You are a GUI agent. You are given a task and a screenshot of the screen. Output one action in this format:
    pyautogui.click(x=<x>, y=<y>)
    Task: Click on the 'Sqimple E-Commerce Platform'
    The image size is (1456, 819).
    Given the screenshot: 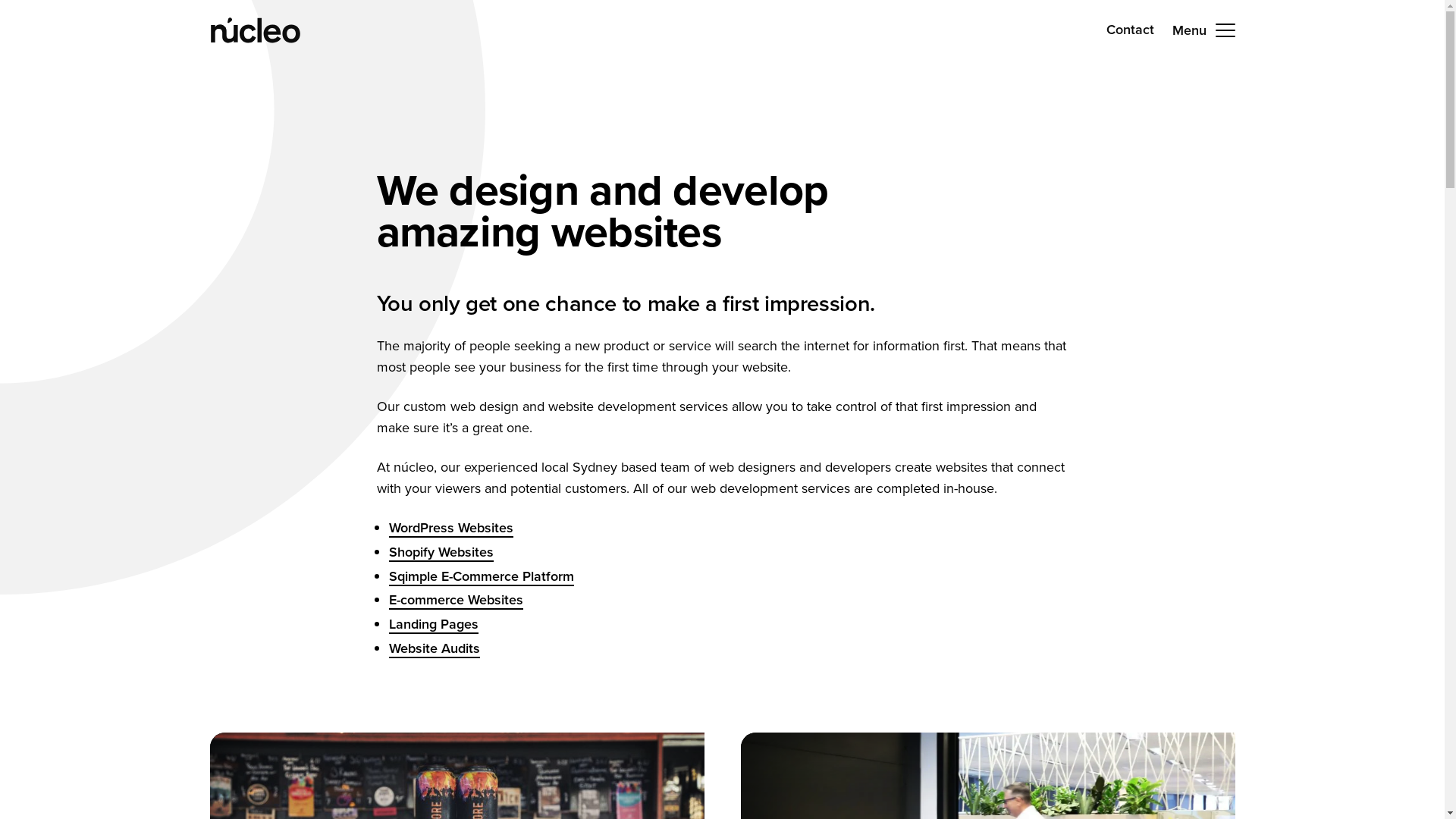 What is the action you would take?
    pyautogui.click(x=479, y=576)
    